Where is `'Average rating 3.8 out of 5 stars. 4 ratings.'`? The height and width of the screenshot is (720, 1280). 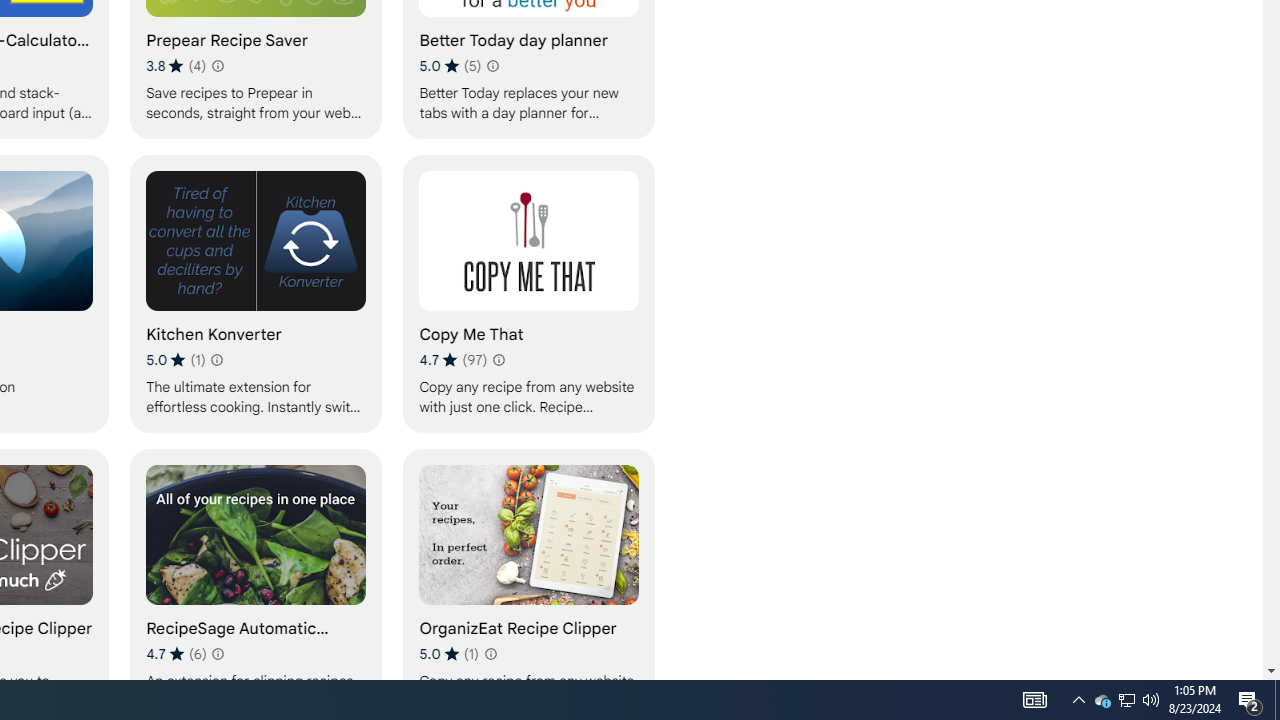
'Average rating 3.8 out of 5 stars. 4 ratings.' is located at coordinates (176, 65).